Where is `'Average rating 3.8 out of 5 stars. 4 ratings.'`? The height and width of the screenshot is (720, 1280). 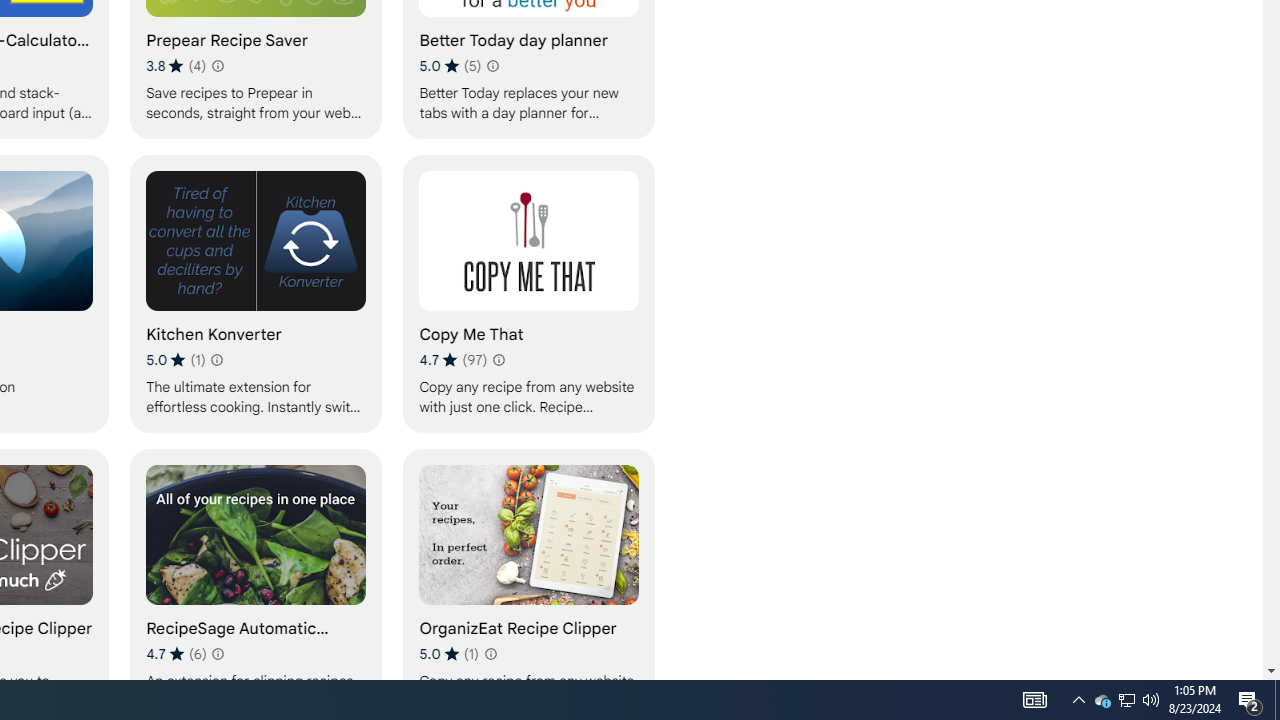
'Average rating 3.8 out of 5 stars. 4 ratings.' is located at coordinates (176, 65).